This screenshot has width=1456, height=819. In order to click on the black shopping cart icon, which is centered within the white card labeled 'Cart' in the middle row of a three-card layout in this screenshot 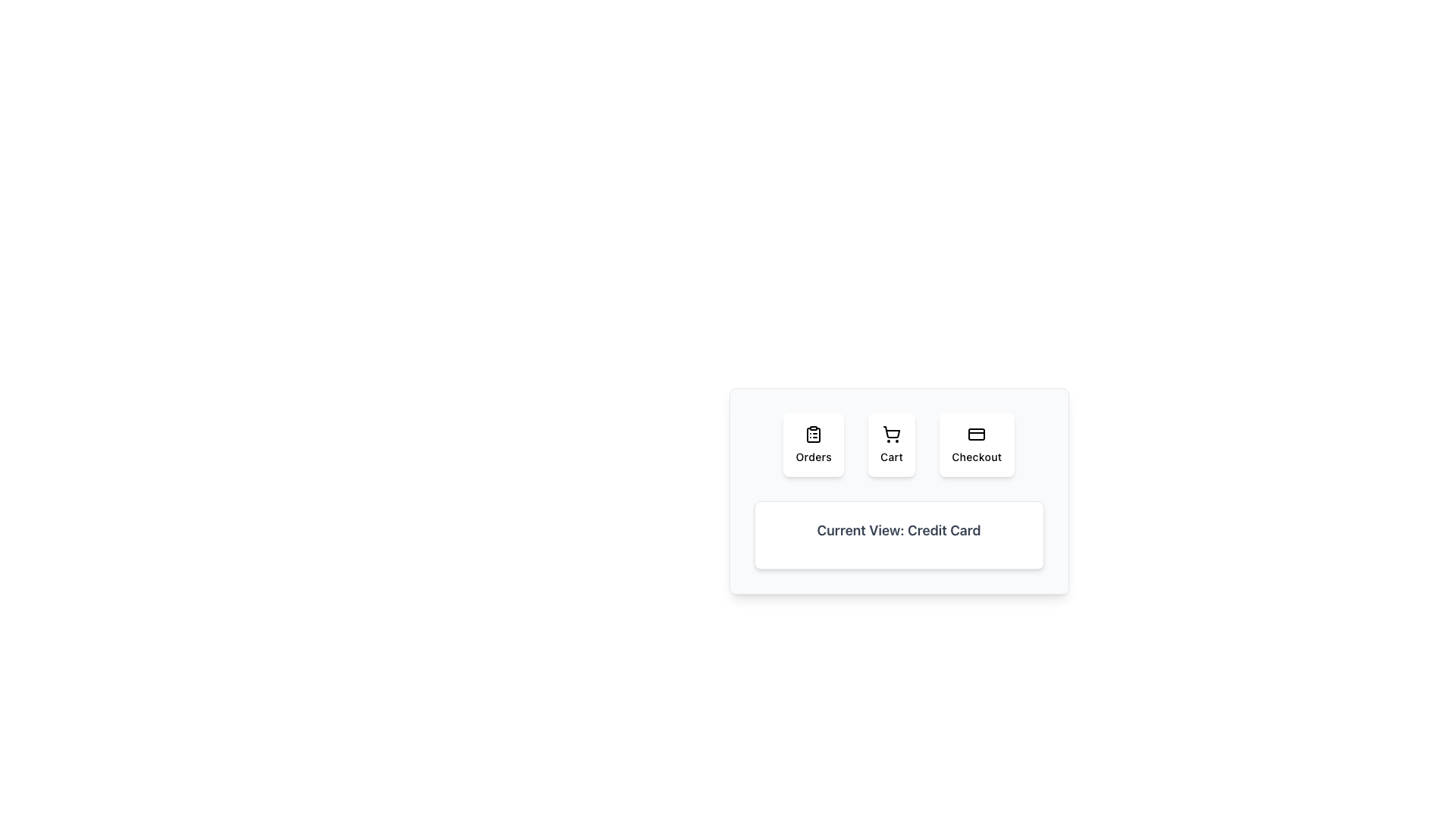, I will do `click(892, 435)`.